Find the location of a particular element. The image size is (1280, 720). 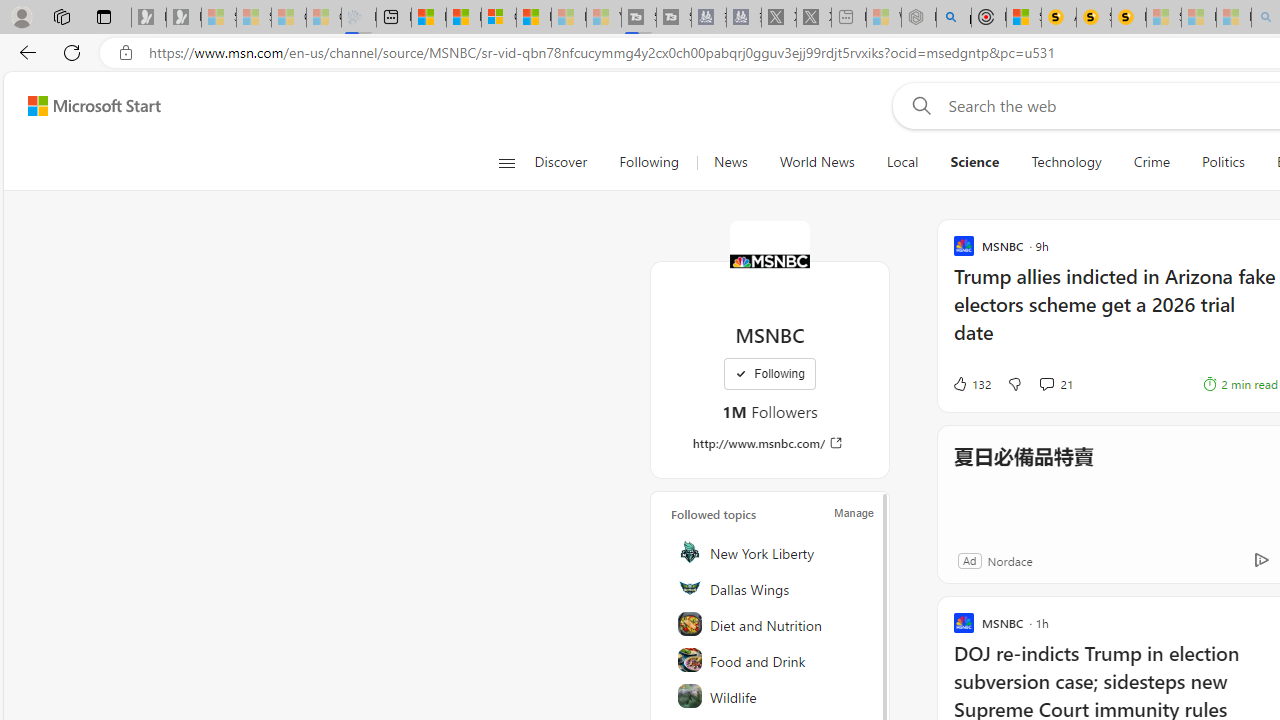

'Overview' is located at coordinates (499, 17).